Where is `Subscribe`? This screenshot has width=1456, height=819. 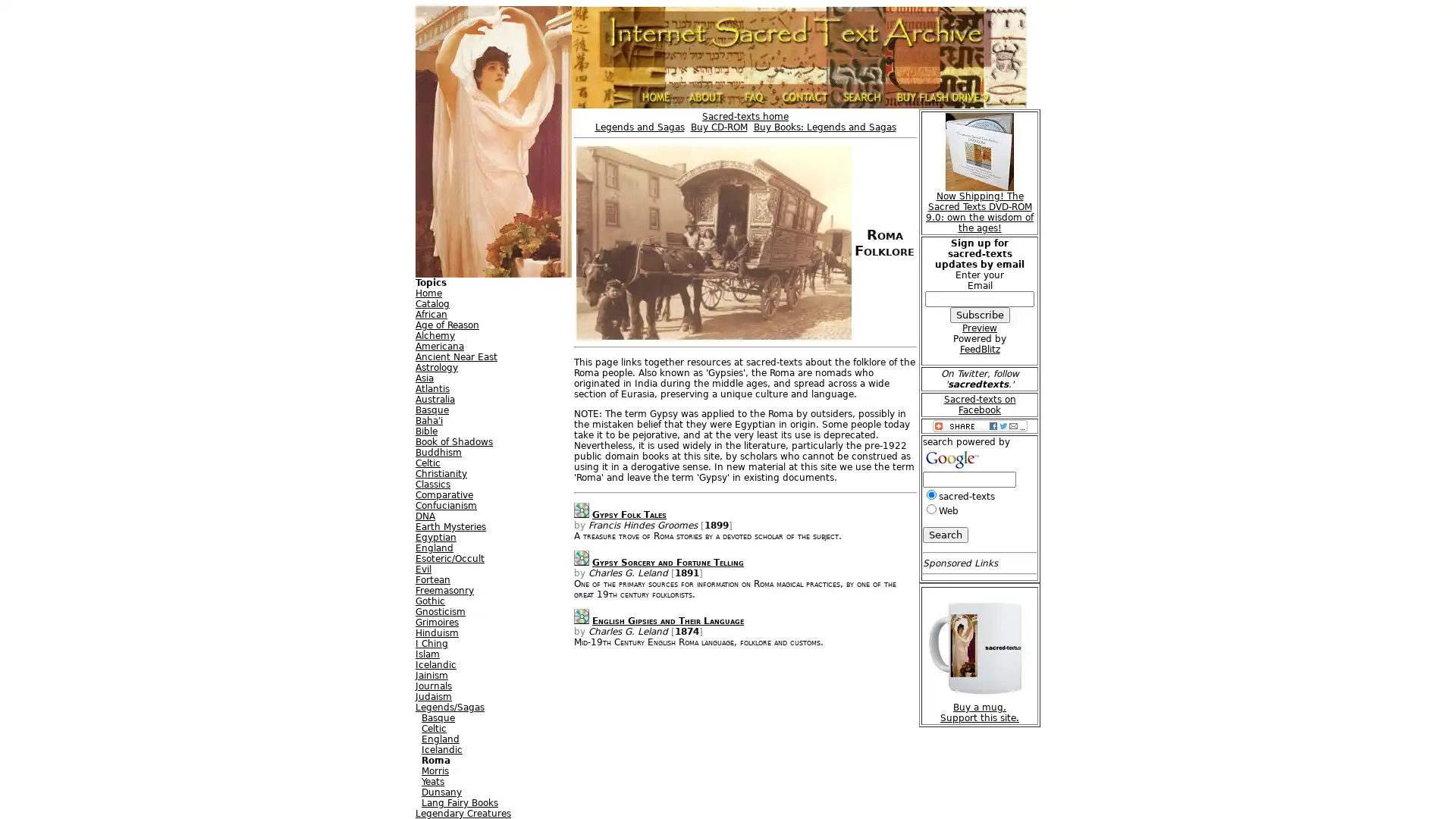 Subscribe is located at coordinates (979, 314).